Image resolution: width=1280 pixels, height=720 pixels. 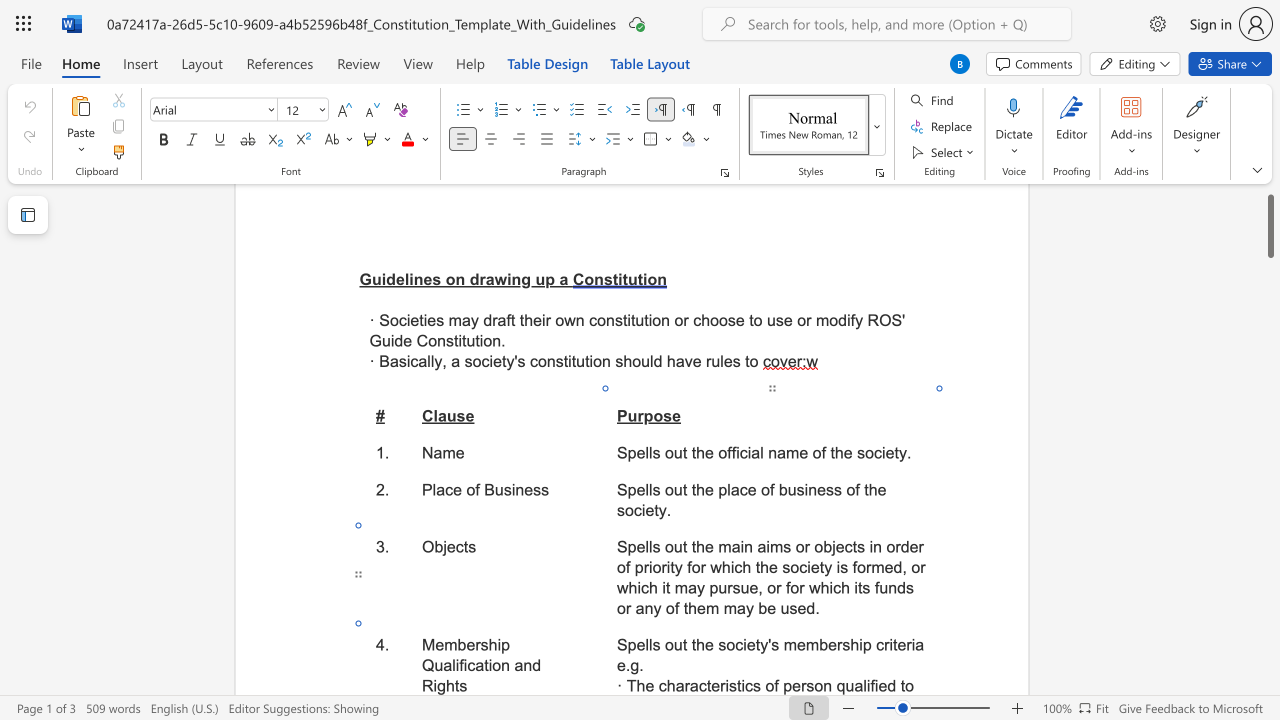 I want to click on the 1th character "Q" in the text, so click(x=427, y=665).